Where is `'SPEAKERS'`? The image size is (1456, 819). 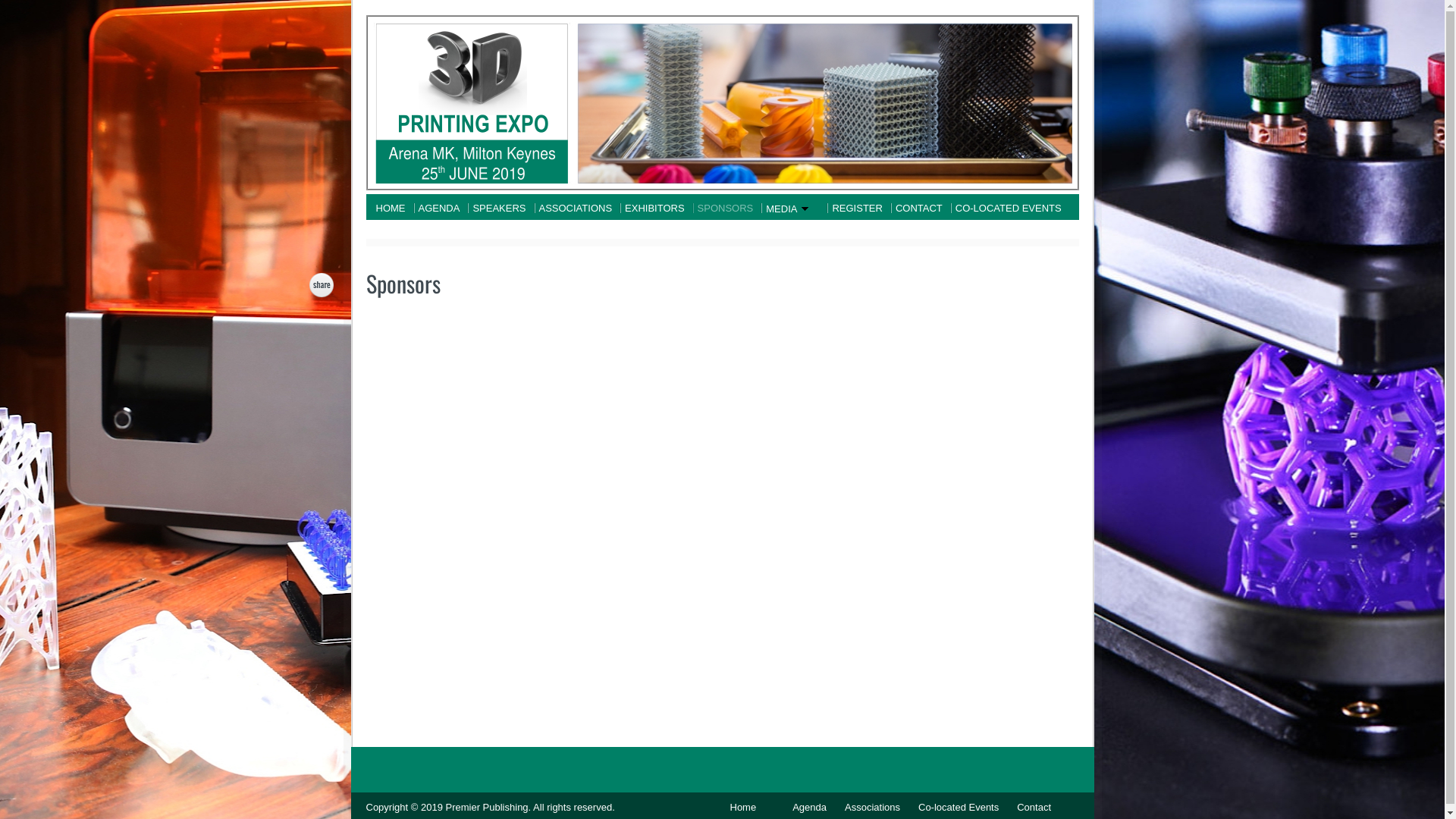 'SPEAKERS' is located at coordinates (498, 208).